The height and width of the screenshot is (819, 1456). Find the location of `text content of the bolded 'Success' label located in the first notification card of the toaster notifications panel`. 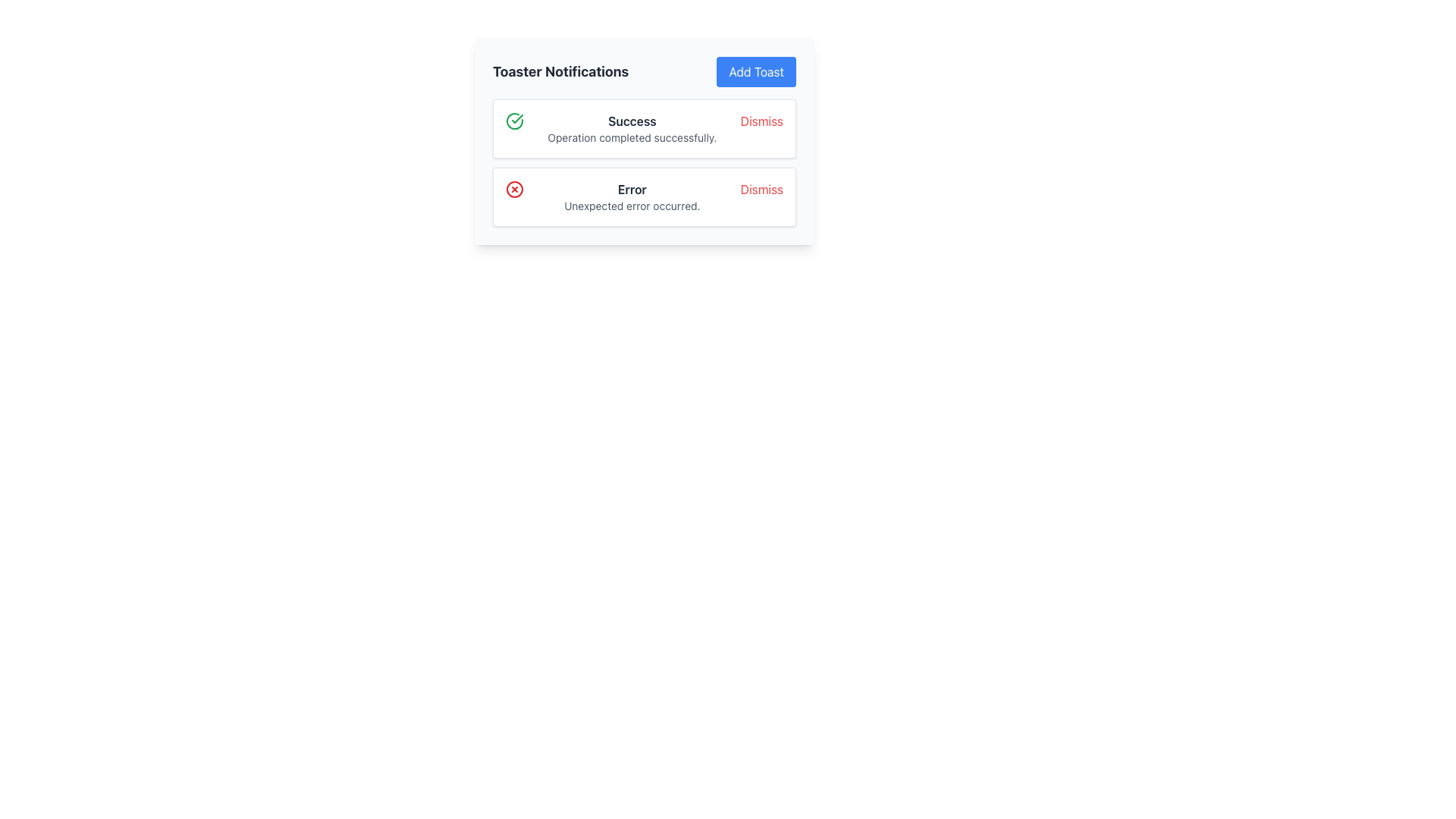

text content of the bolded 'Success' label located in the first notification card of the toaster notifications panel is located at coordinates (632, 120).